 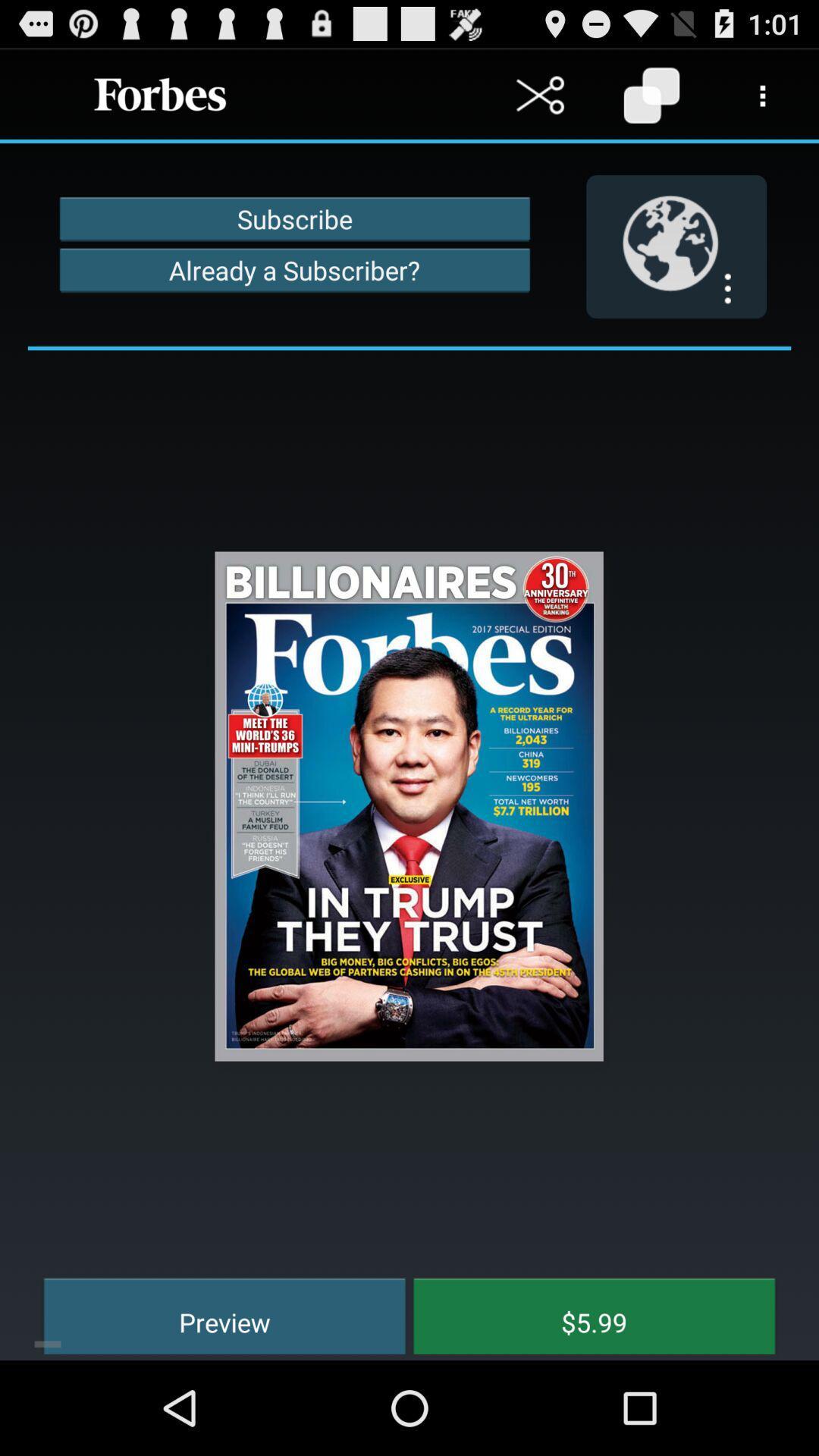 I want to click on item to the left of the $5.99, so click(x=213, y=1313).